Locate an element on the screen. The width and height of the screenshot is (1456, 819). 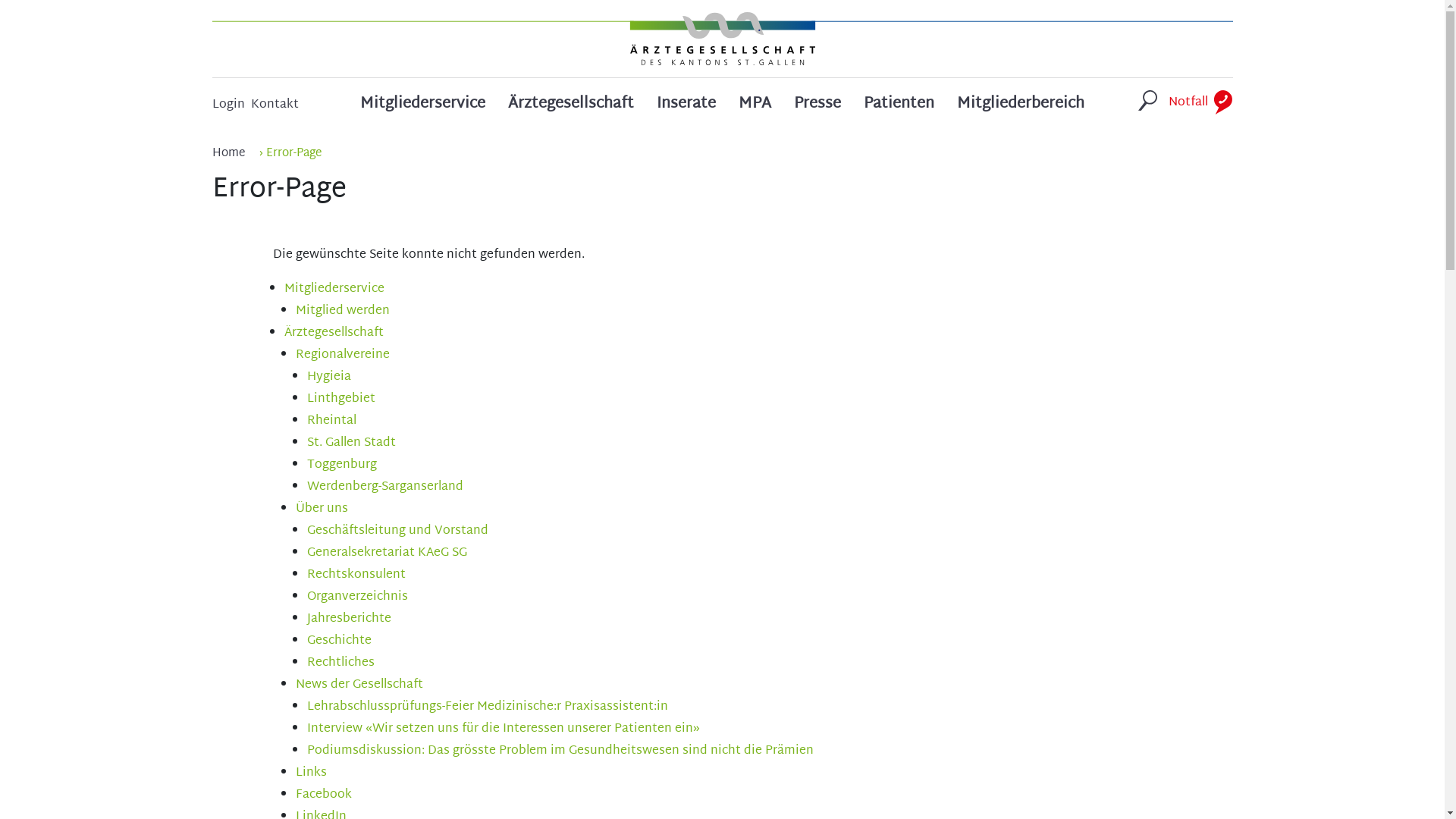
'Hygieia' is located at coordinates (305, 376).